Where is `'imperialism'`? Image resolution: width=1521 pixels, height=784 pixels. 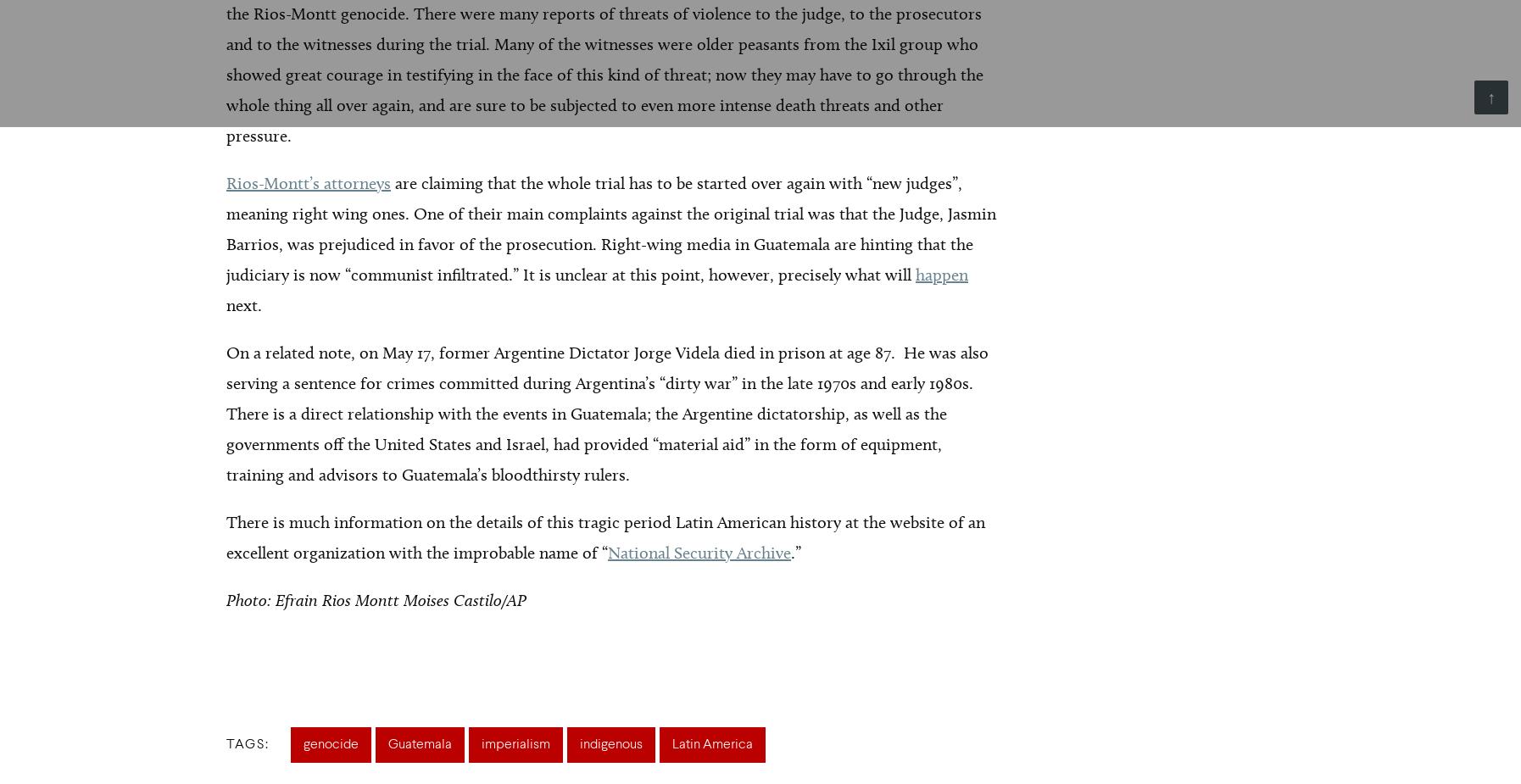 'imperialism' is located at coordinates (515, 745).